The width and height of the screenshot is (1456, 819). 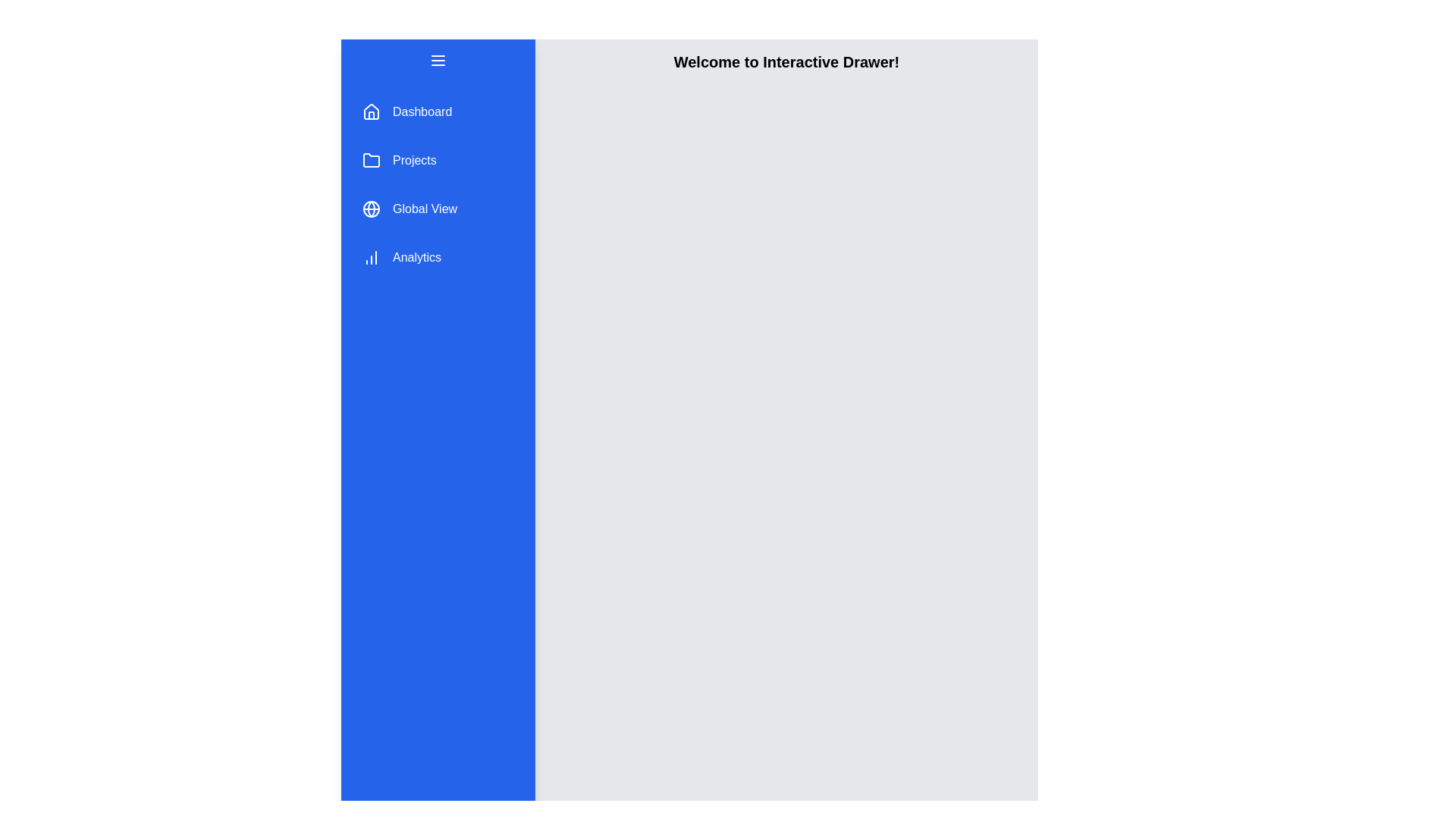 What do you see at coordinates (437, 256) in the screenshot?
I see `the menu item Analytics to observe its hover effect` at bounding box center [437, 256].